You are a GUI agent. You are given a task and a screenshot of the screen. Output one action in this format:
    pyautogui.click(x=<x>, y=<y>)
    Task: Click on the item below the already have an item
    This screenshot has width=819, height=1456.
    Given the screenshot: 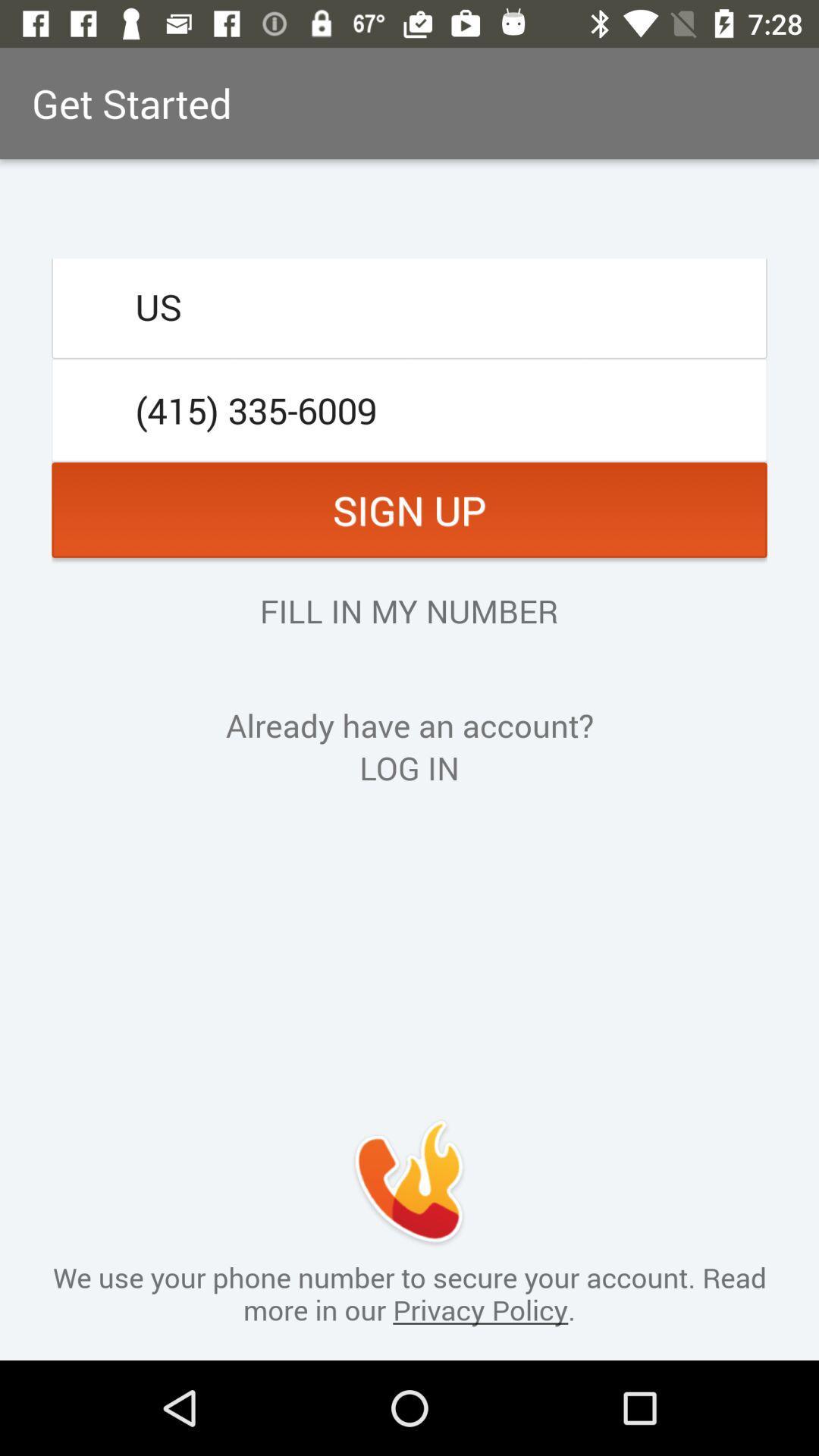 What is the action you would take?
    pyautogui.click(x=409, y=767)
    